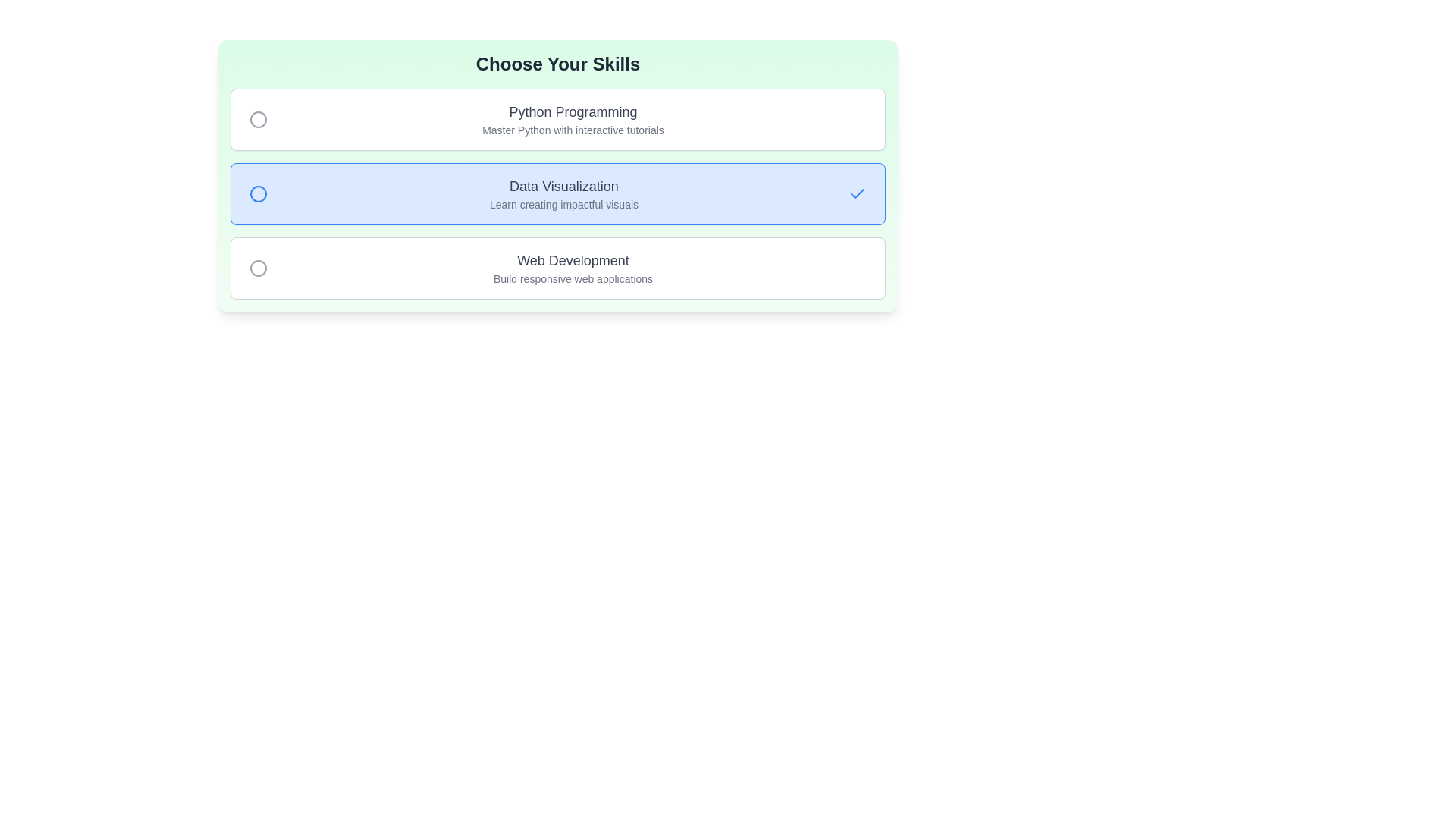 Image resolution: width=1456 pixels, height=819 pixels. What do you see at coordinates (557, 119) in the screenshot?
I see `the item with title Python Programming` at bounding box center [557, 119].